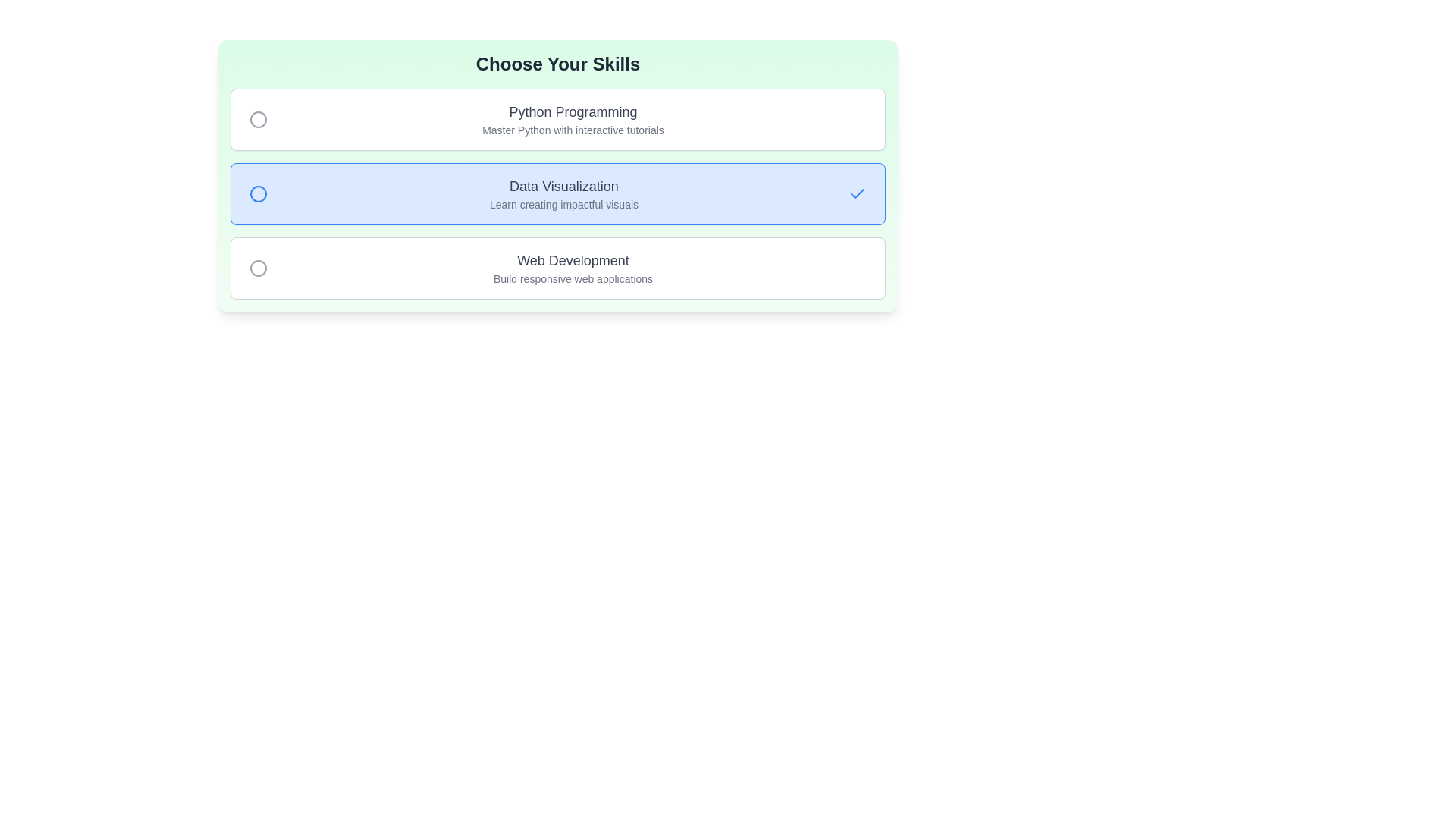 Image resolution: width=1456 pixels, height=819 pixels. What do you see at coordinates (557, 119) in the screenshot?
I see `the item with title Python Programming` at bounding box center [557, 119].